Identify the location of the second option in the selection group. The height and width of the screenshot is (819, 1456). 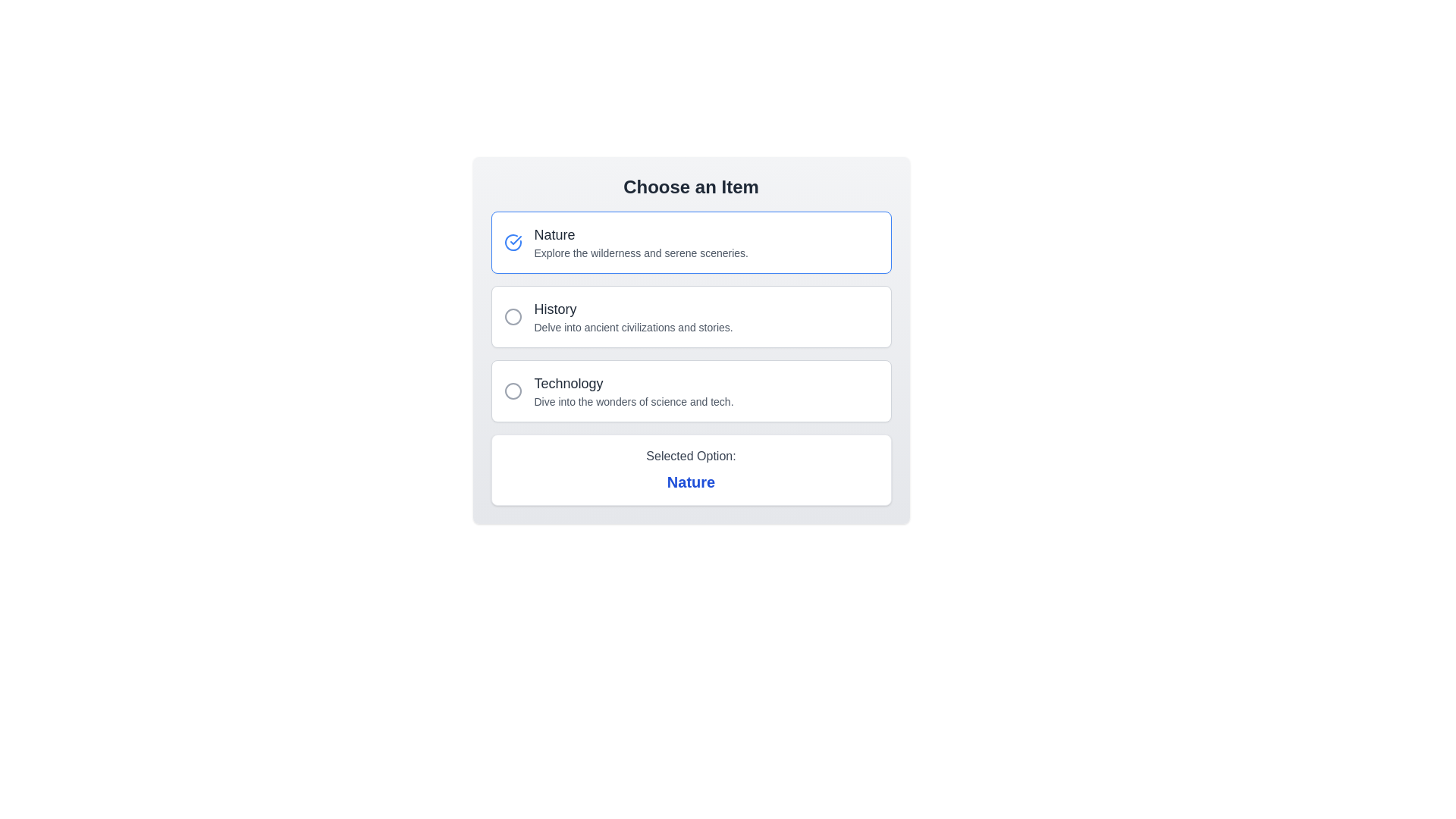
(690, 315).